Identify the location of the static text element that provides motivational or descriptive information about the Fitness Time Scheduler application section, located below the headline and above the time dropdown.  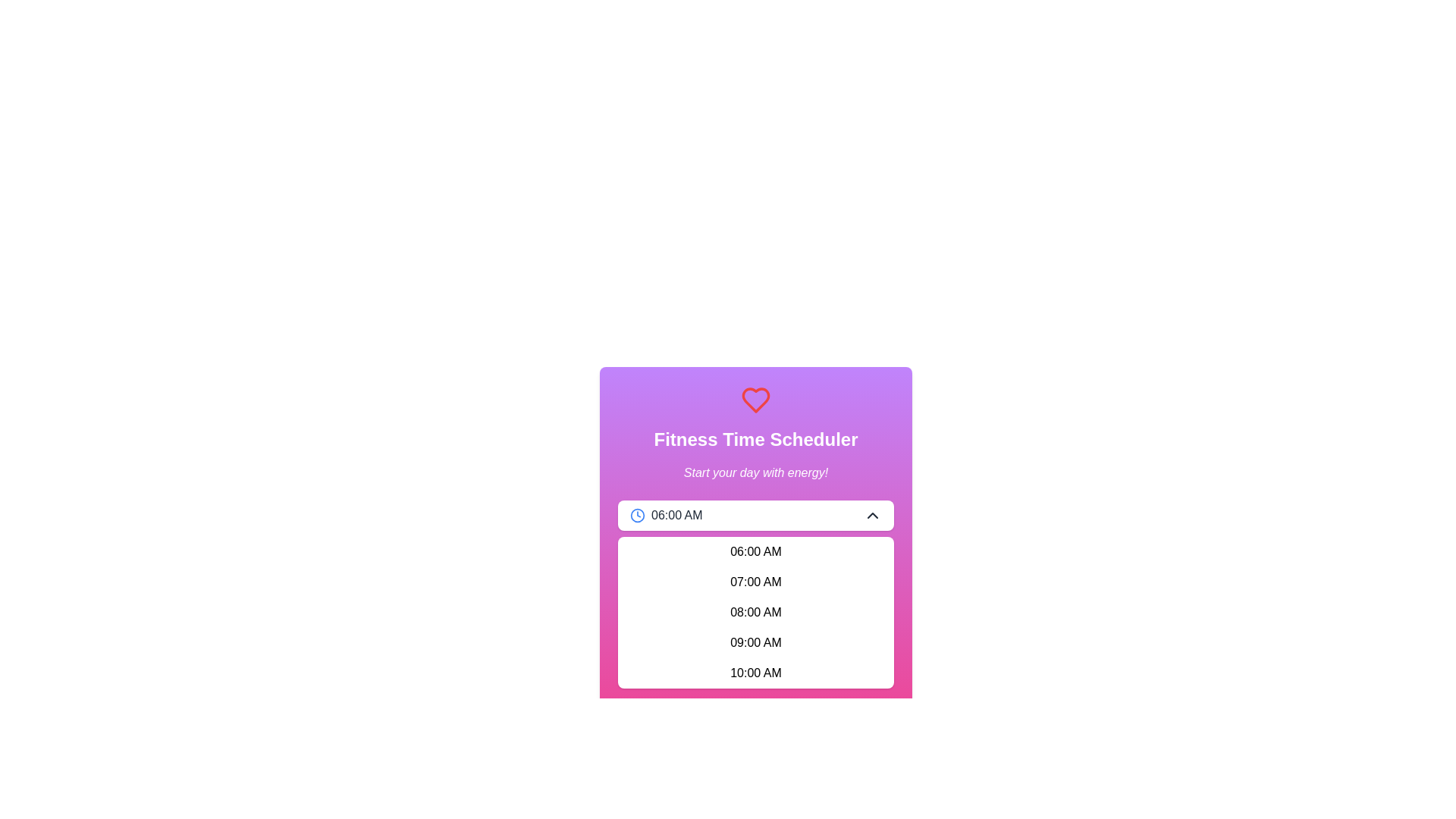
(756, 472).